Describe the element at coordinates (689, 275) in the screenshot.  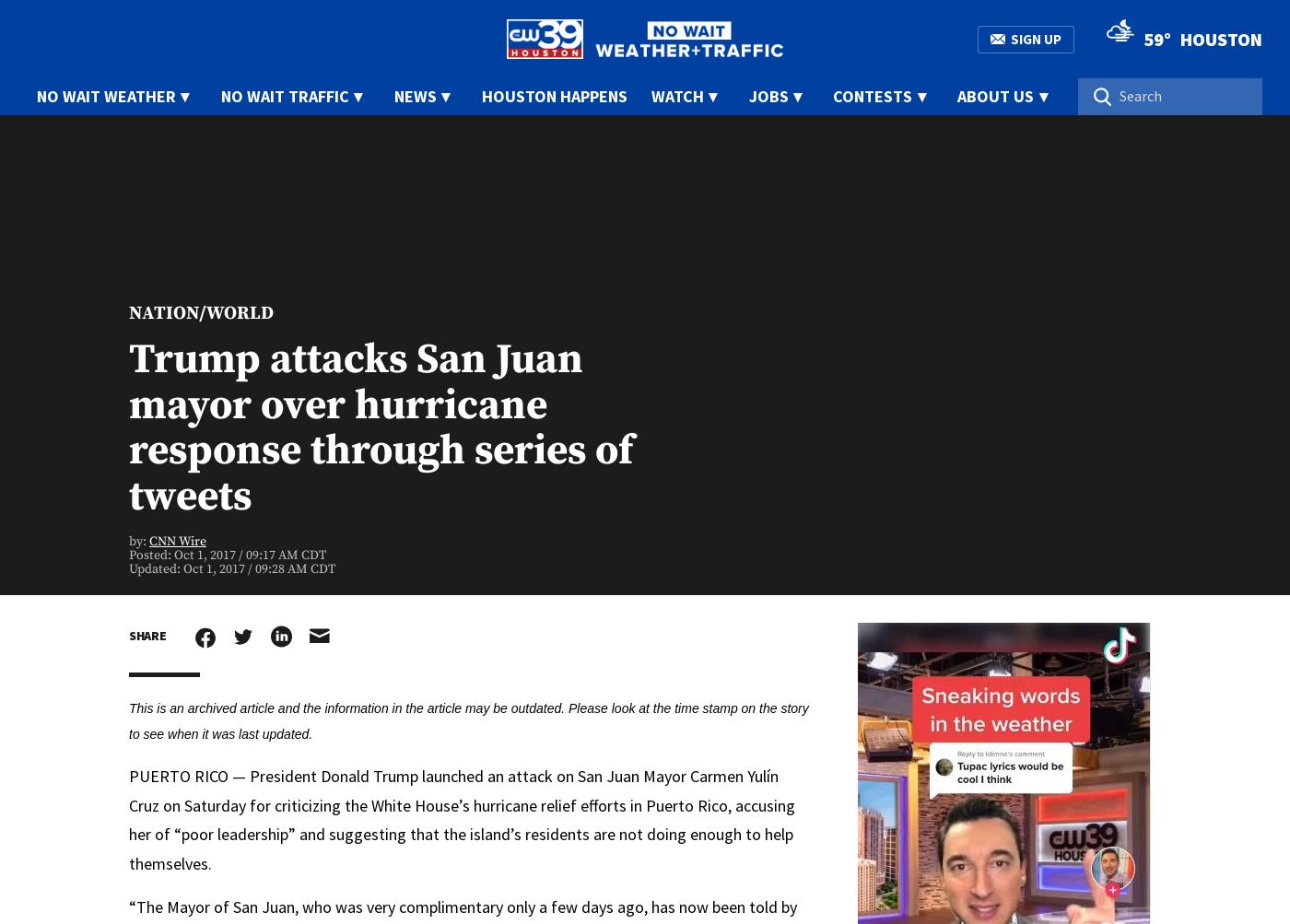
I see `'School Districts'` at that location.